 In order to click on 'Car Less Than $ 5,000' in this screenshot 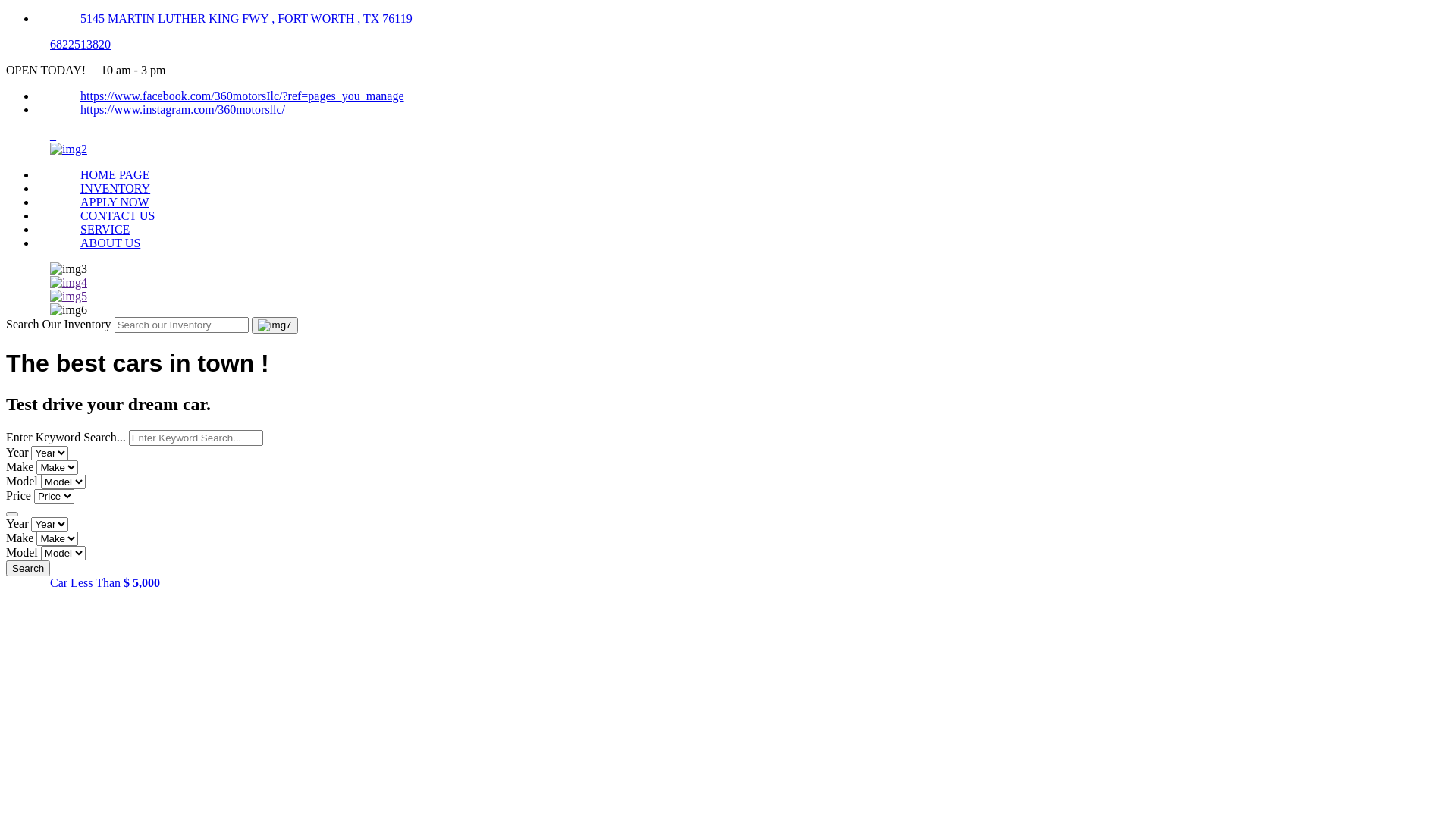, I will do `click(104, 582)`.